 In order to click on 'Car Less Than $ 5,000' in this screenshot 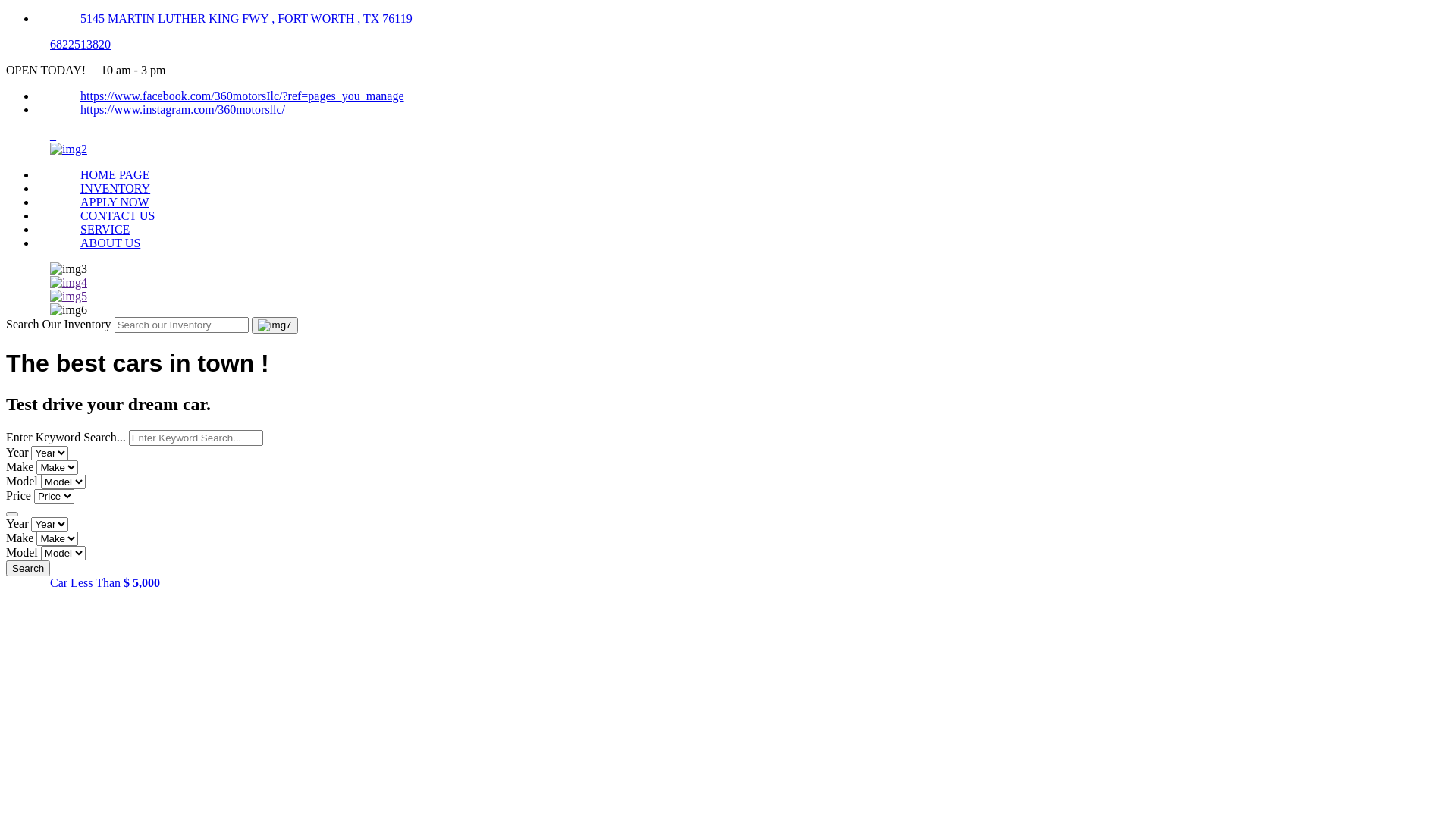, I will do `click(104, 582)`.